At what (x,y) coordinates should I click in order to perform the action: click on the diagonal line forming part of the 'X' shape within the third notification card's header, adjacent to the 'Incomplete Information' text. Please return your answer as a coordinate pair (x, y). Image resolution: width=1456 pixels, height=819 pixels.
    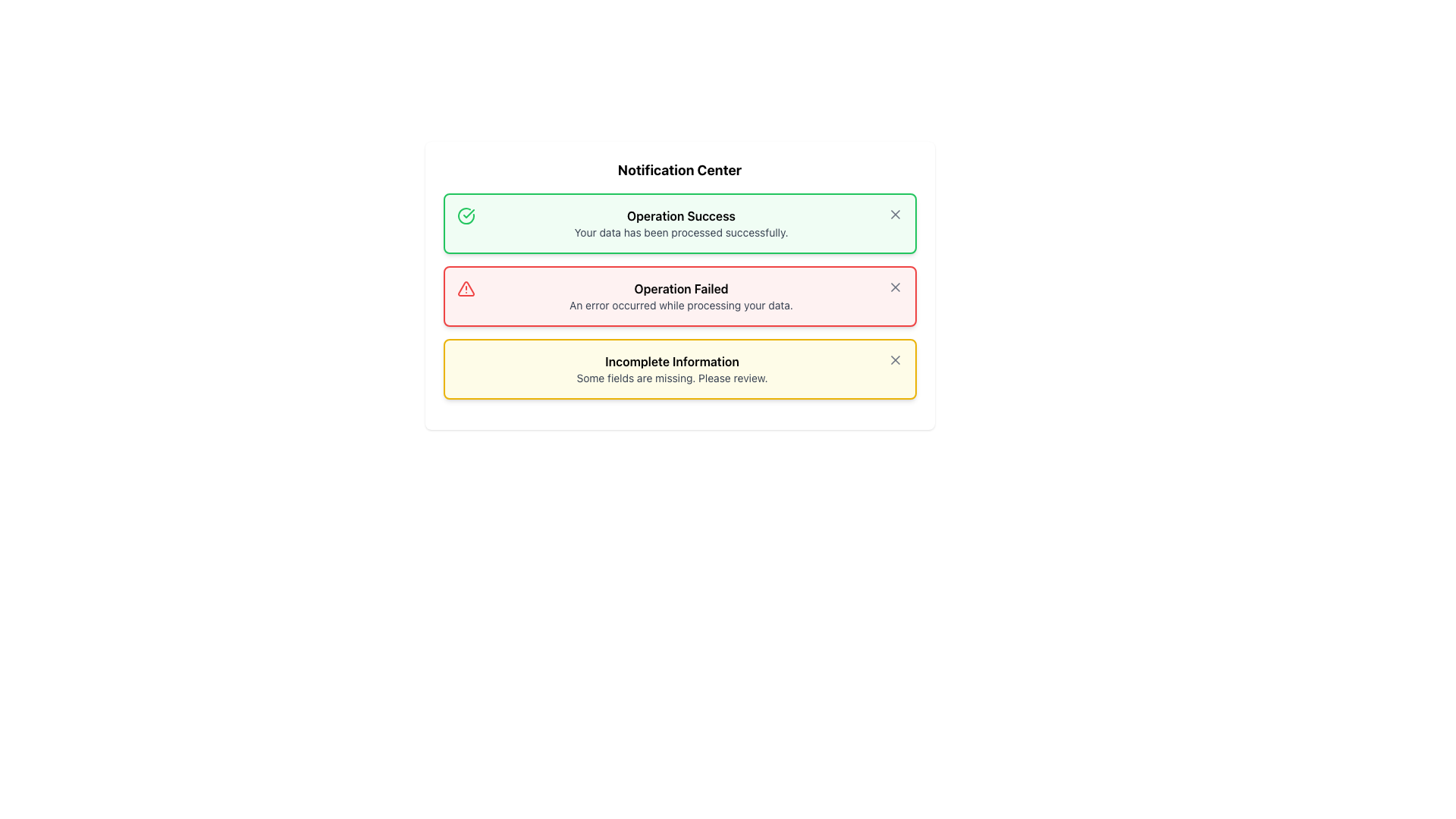
    Looking at the image, I should click on (895, 359).